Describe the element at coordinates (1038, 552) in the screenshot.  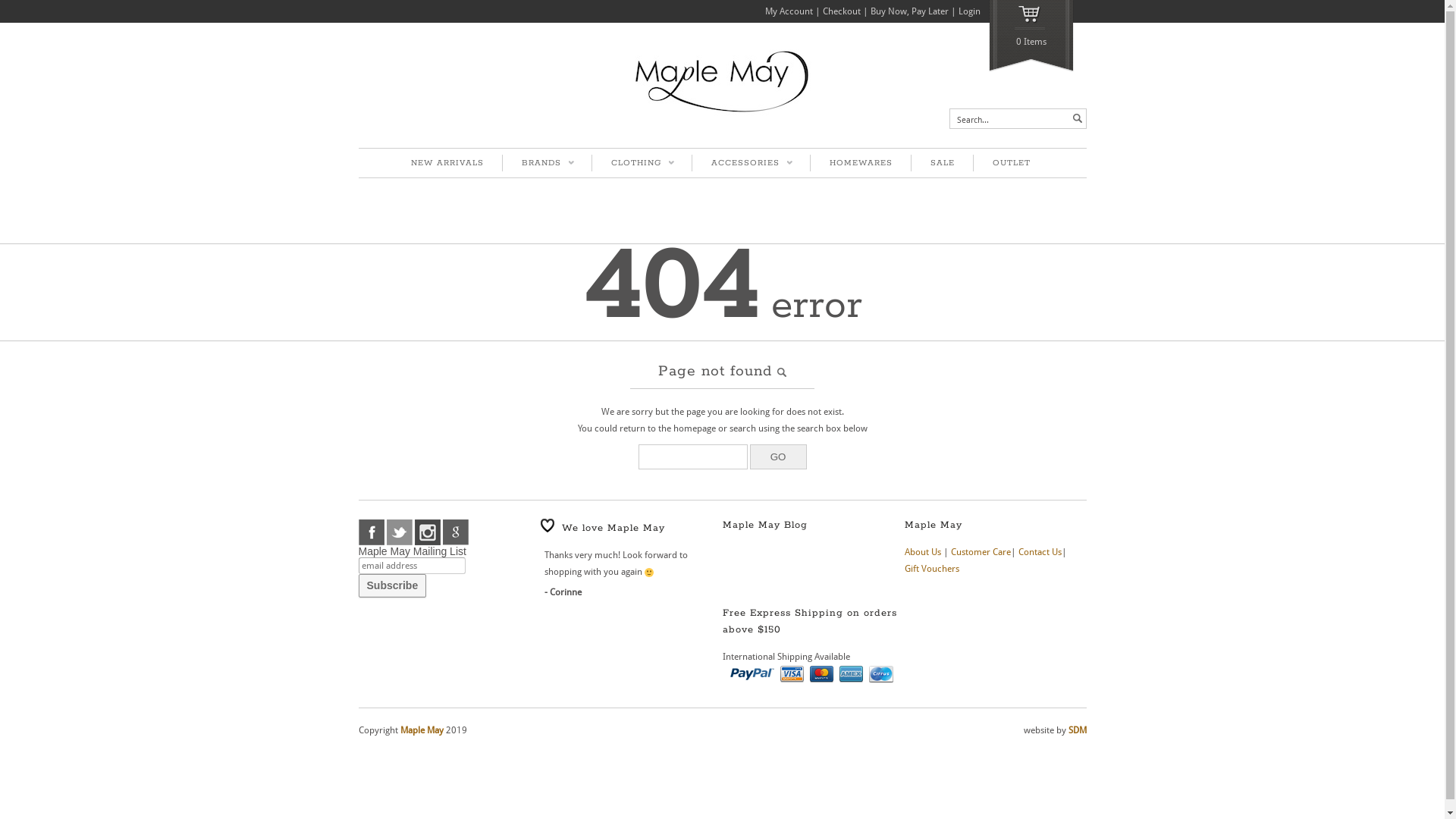
I see `'Contact Us'` at that location.